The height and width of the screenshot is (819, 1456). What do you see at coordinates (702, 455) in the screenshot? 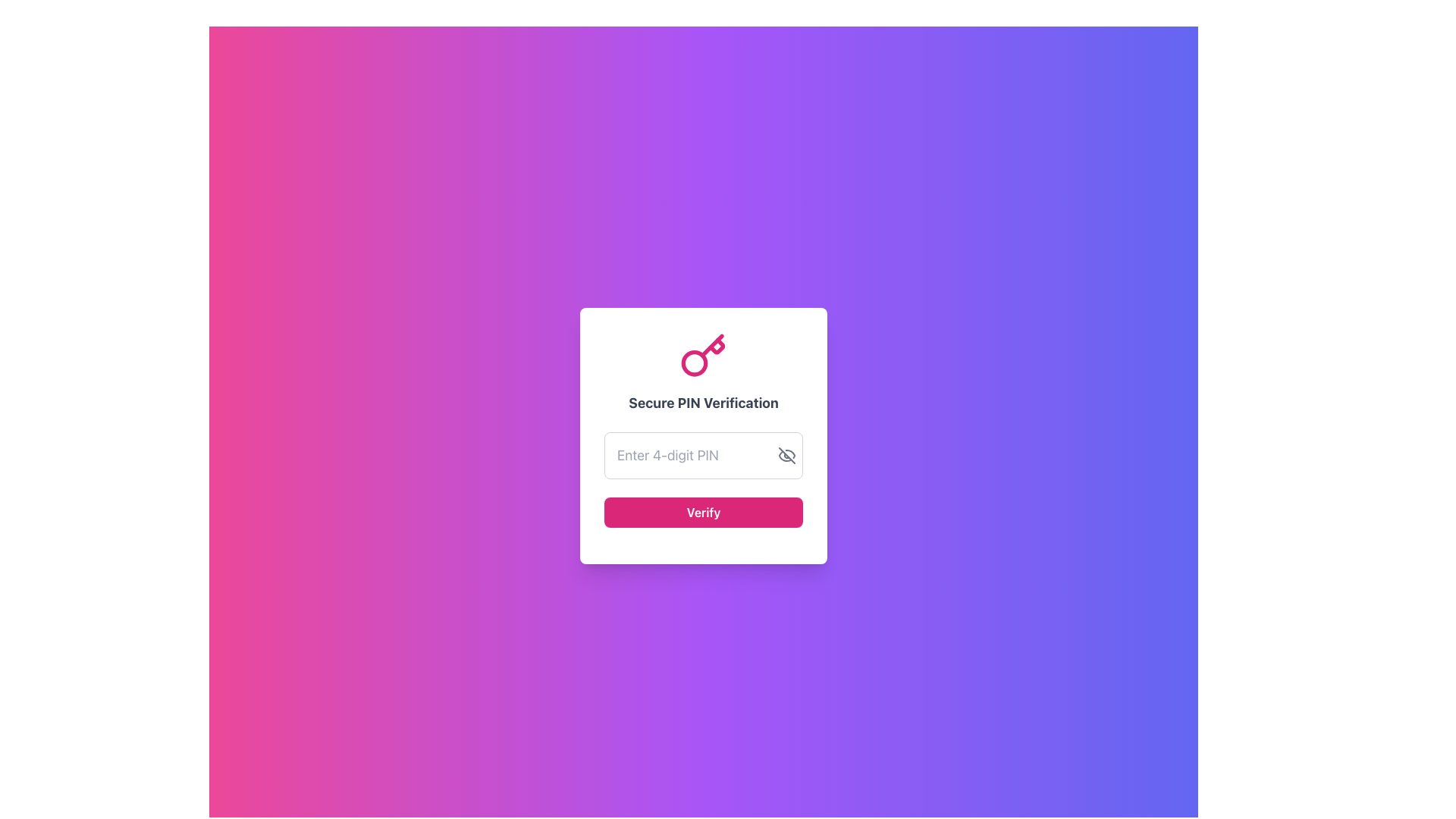
I see `inside the input field for the 4-digit PIN verification, which is located beneath the 'Secure PIN Verification' heading and above the 'Verify' button, to focus it` at bounding box center [702, 455].